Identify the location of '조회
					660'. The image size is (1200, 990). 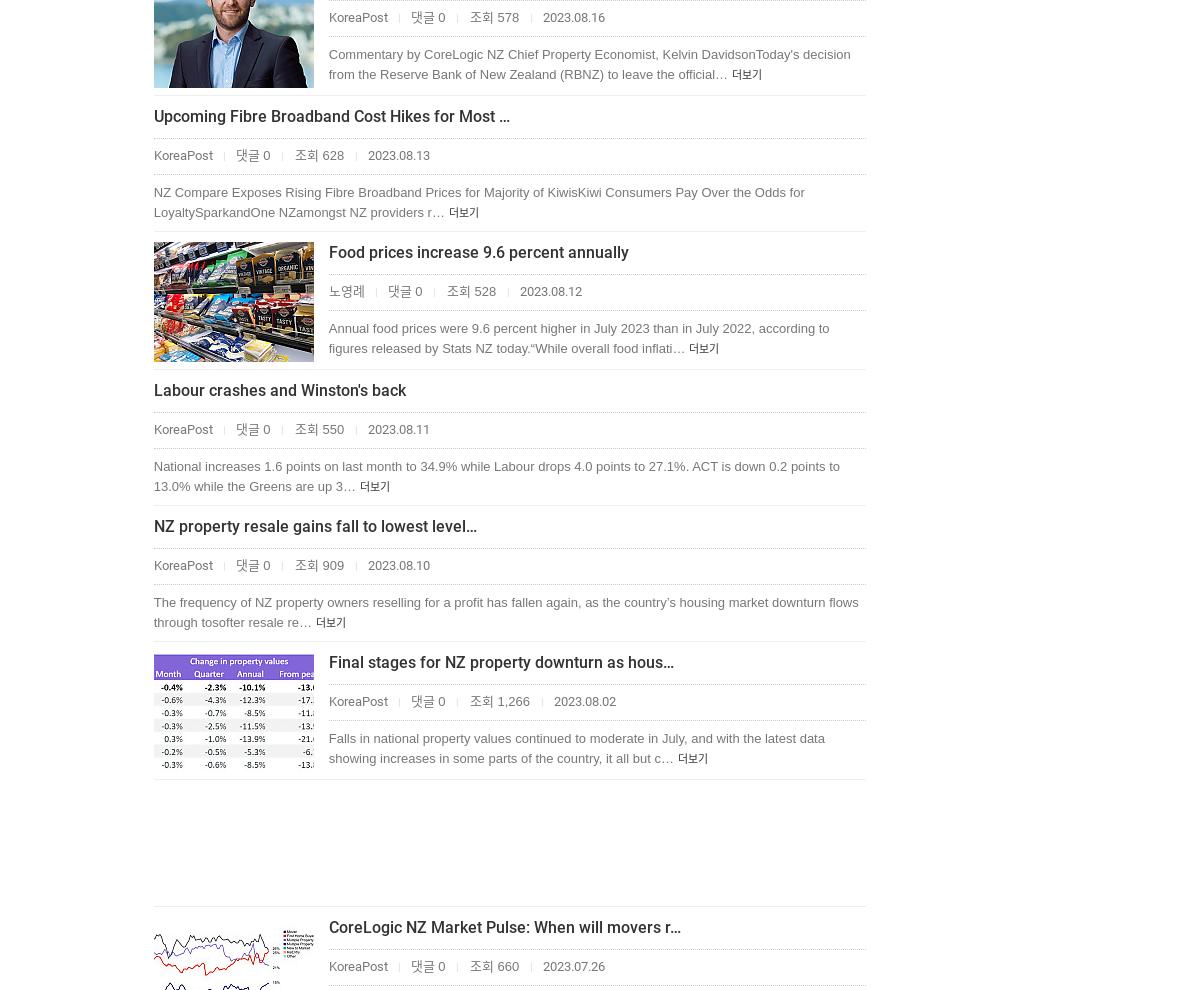
(493, 966).